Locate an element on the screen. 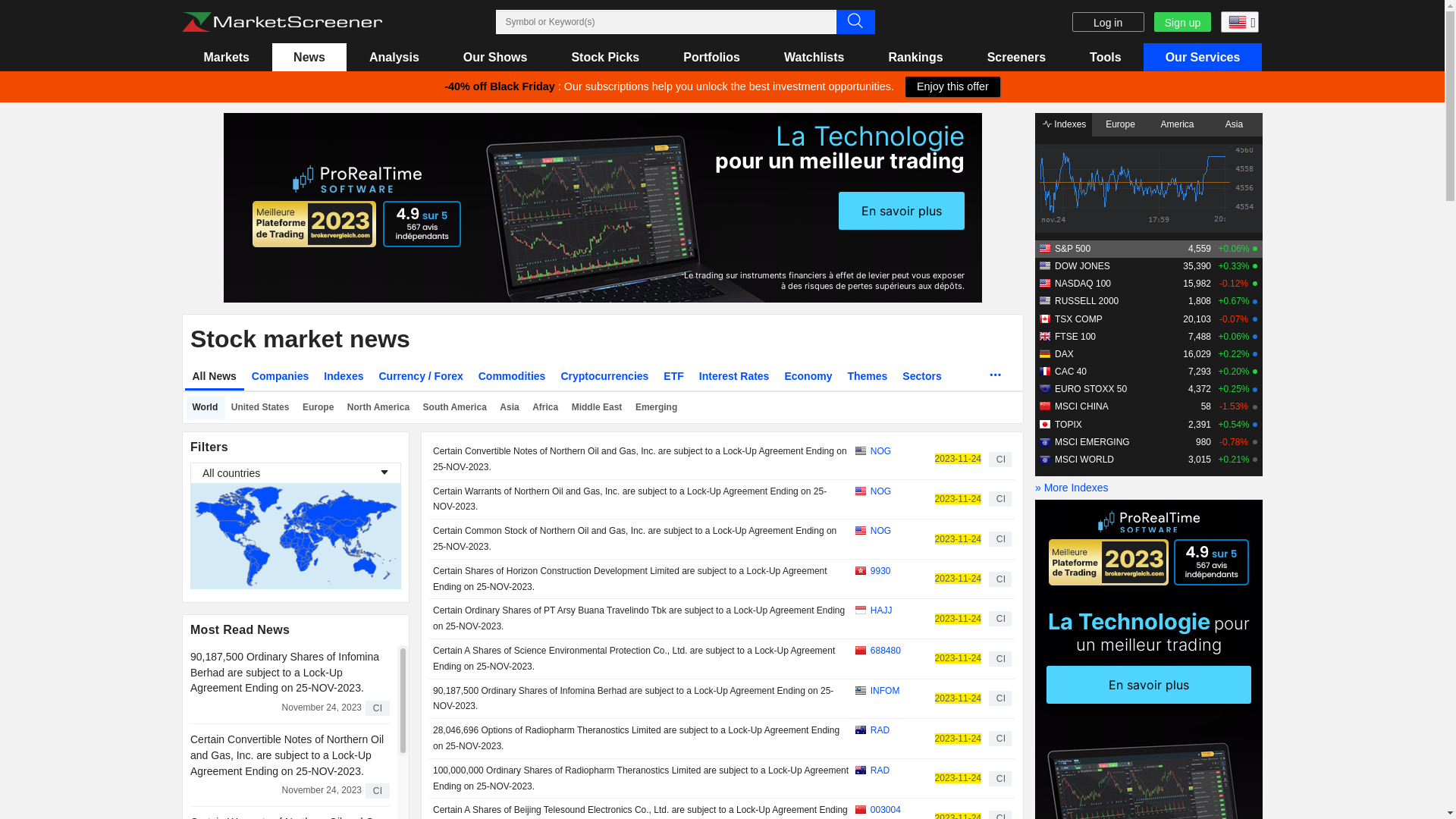  'North America' is located at coordinates (378, 406).